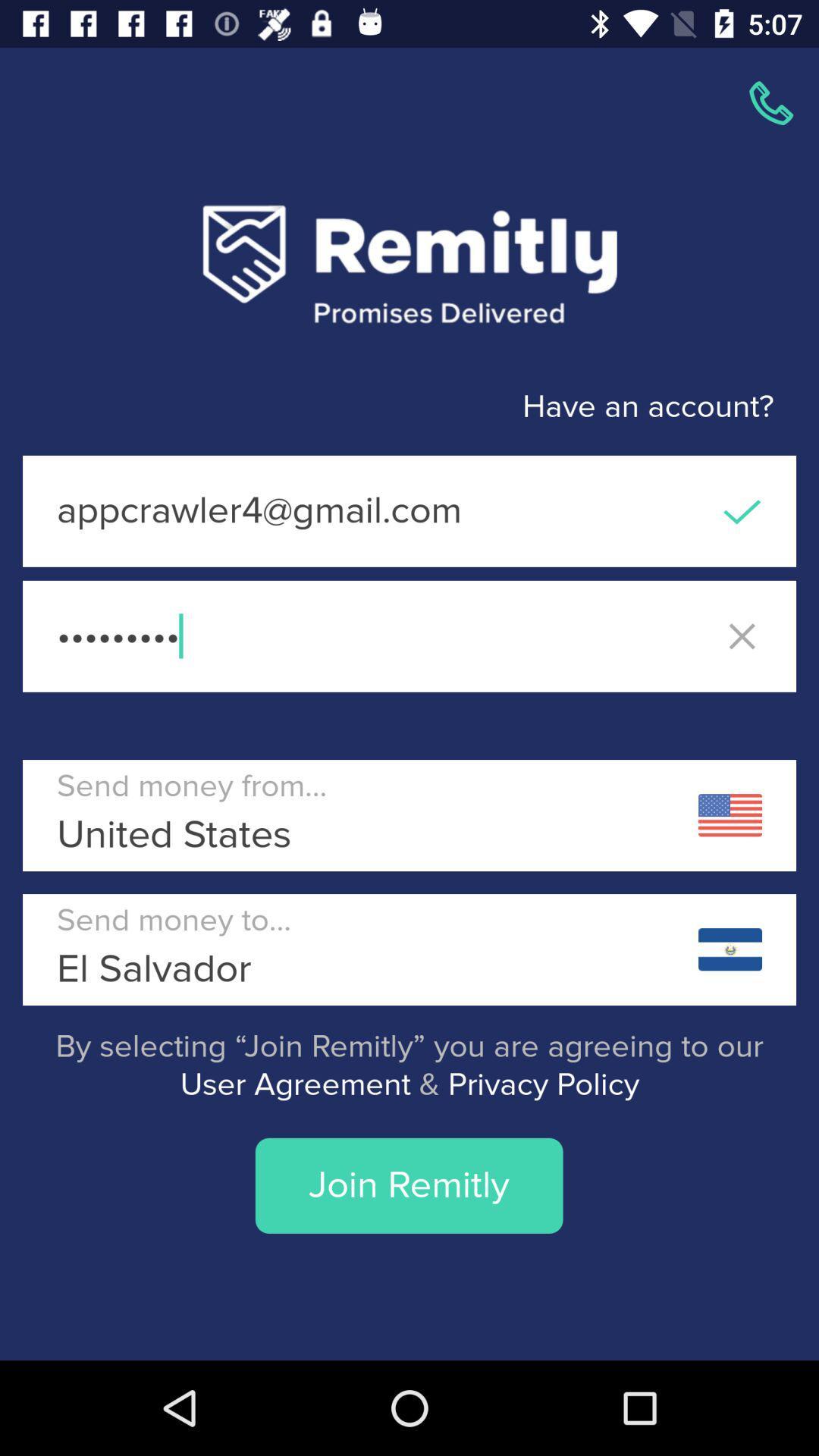 This screenshot has height=1456, width=819. What do you see at coordinates (409, 511) in the screenshot?
I see `item below the have an account? app` at bounding box center [409, 511].